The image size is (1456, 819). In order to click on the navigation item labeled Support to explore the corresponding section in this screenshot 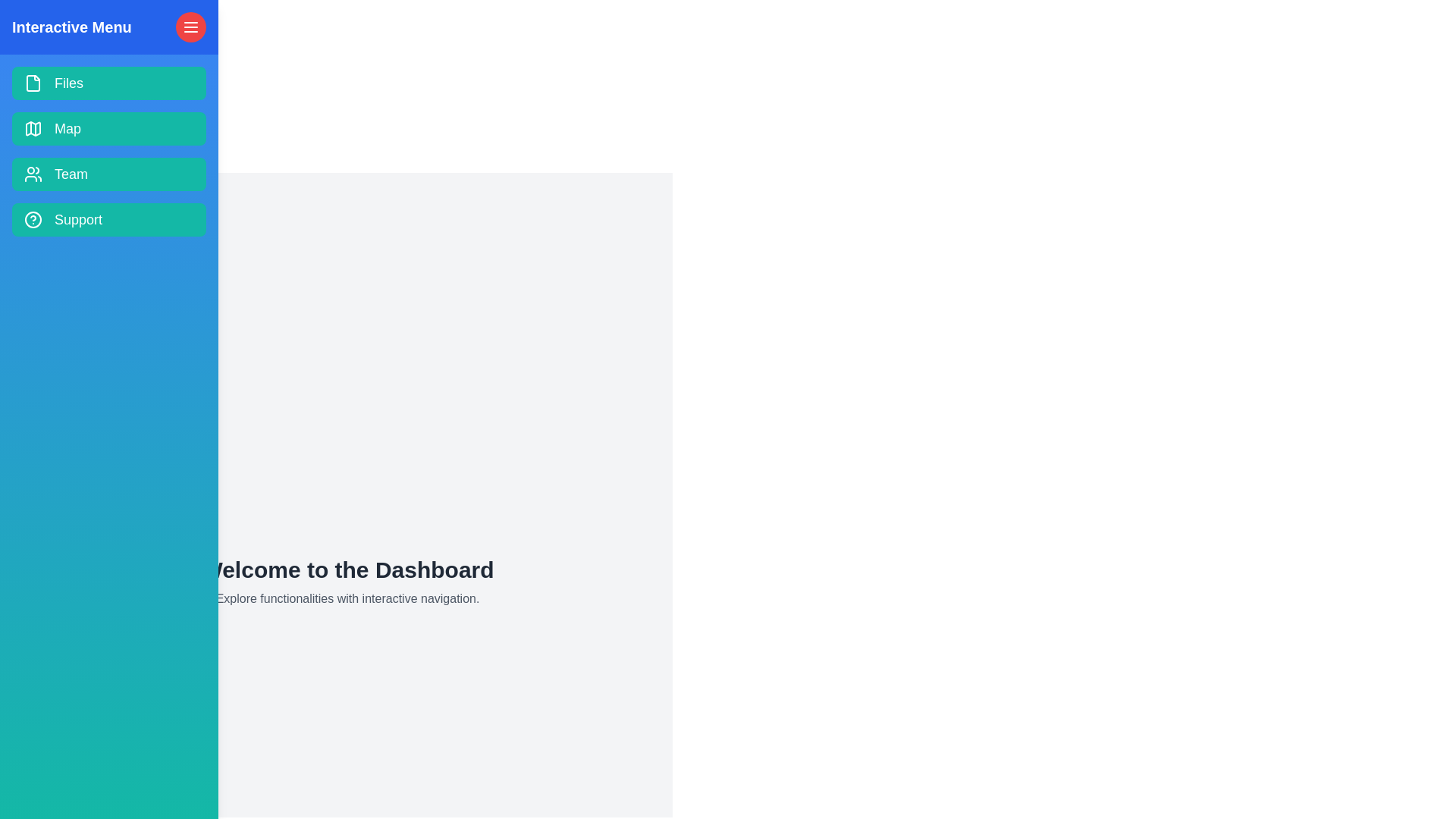, I will do `click(108, 219)`.